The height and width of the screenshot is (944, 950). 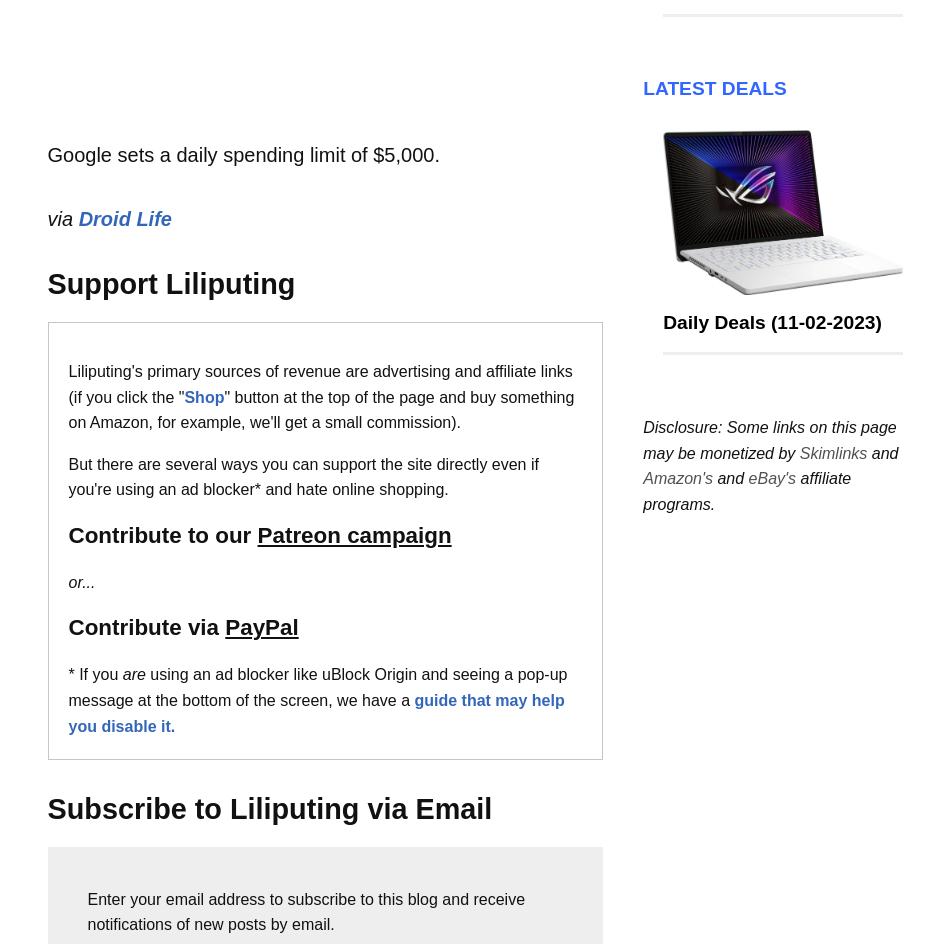 I want to click on 'But there are several ways you can support the site directly even if you're using an ad blocker* and hate online shopping.', so click(x=301, y=476).